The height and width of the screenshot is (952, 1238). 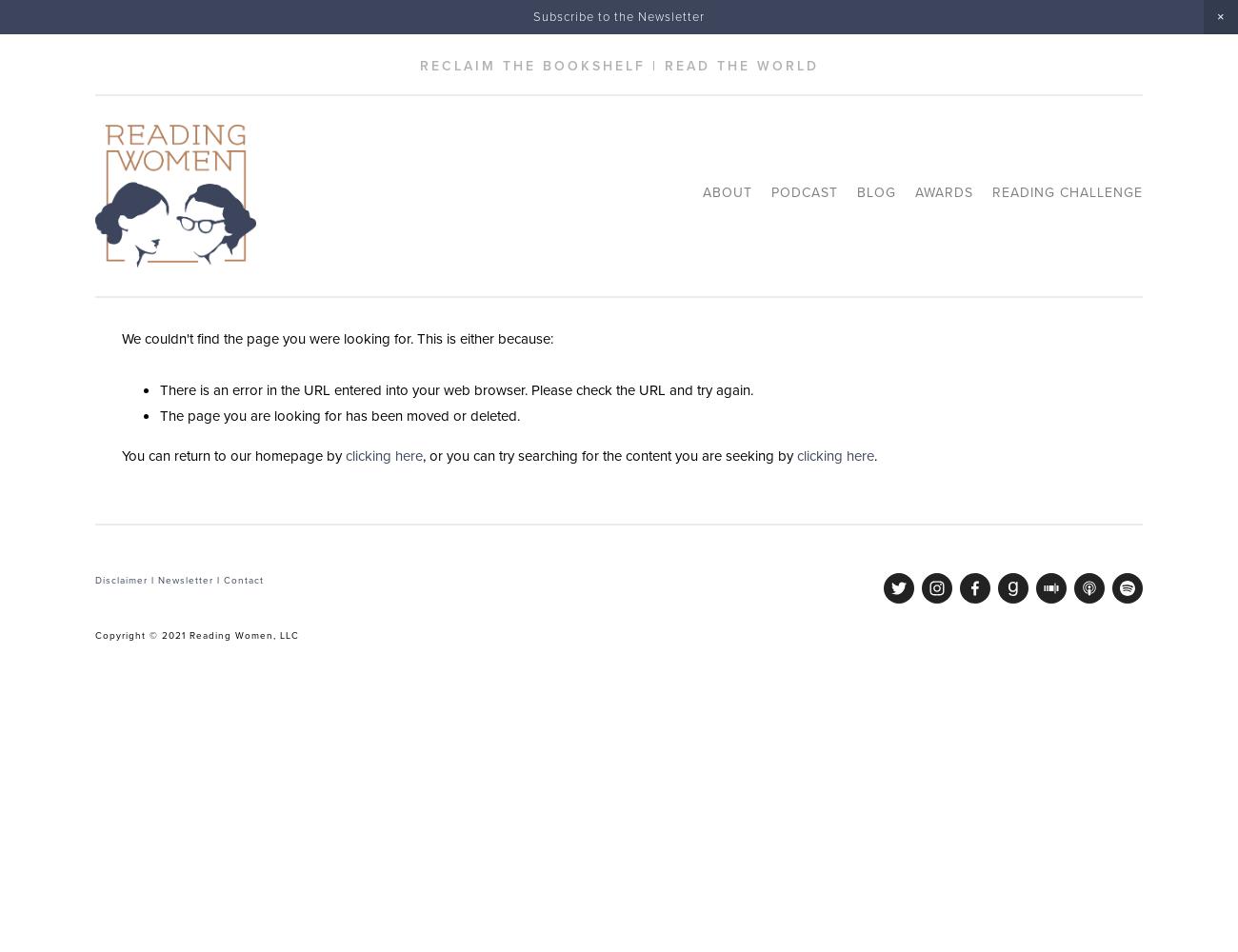 What do you see at coordinates (120, 338) in the screenshot?
I see `'We couldn't find the page you were looking for. This is either because:'` at bounding box center [120, 338].